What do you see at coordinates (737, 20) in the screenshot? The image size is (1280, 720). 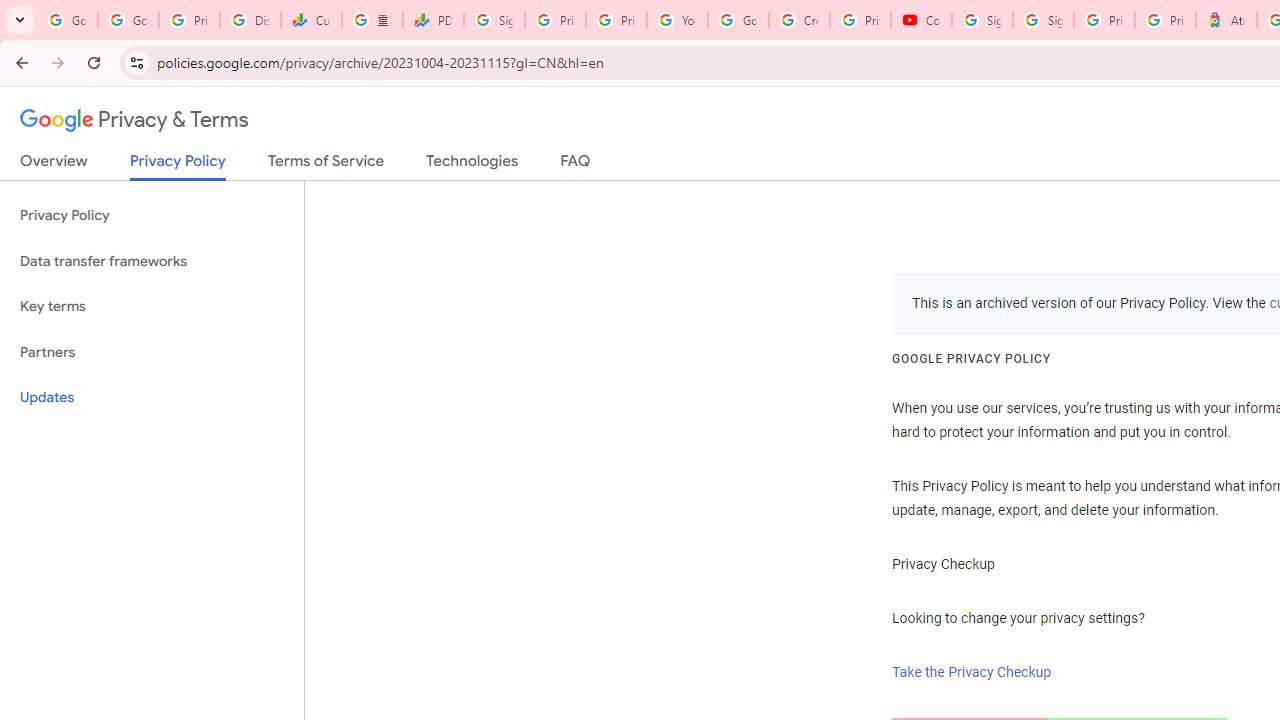 I see `'Google Account Help'` at bounding box center [737, 20].